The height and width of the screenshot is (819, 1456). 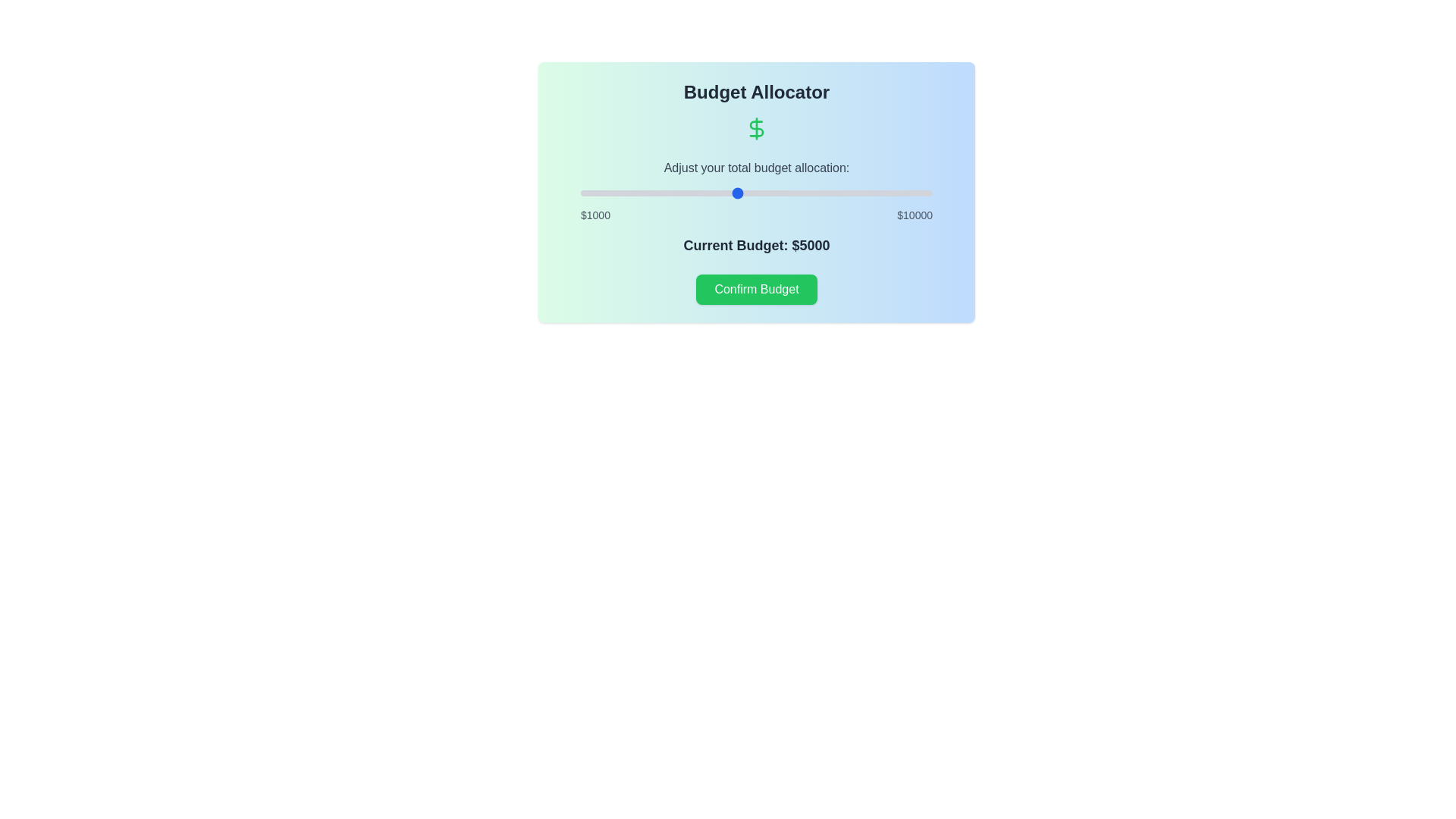 I want to click on the budget slider to set the budget to 5079 dollars, so click(x=740, y=192).